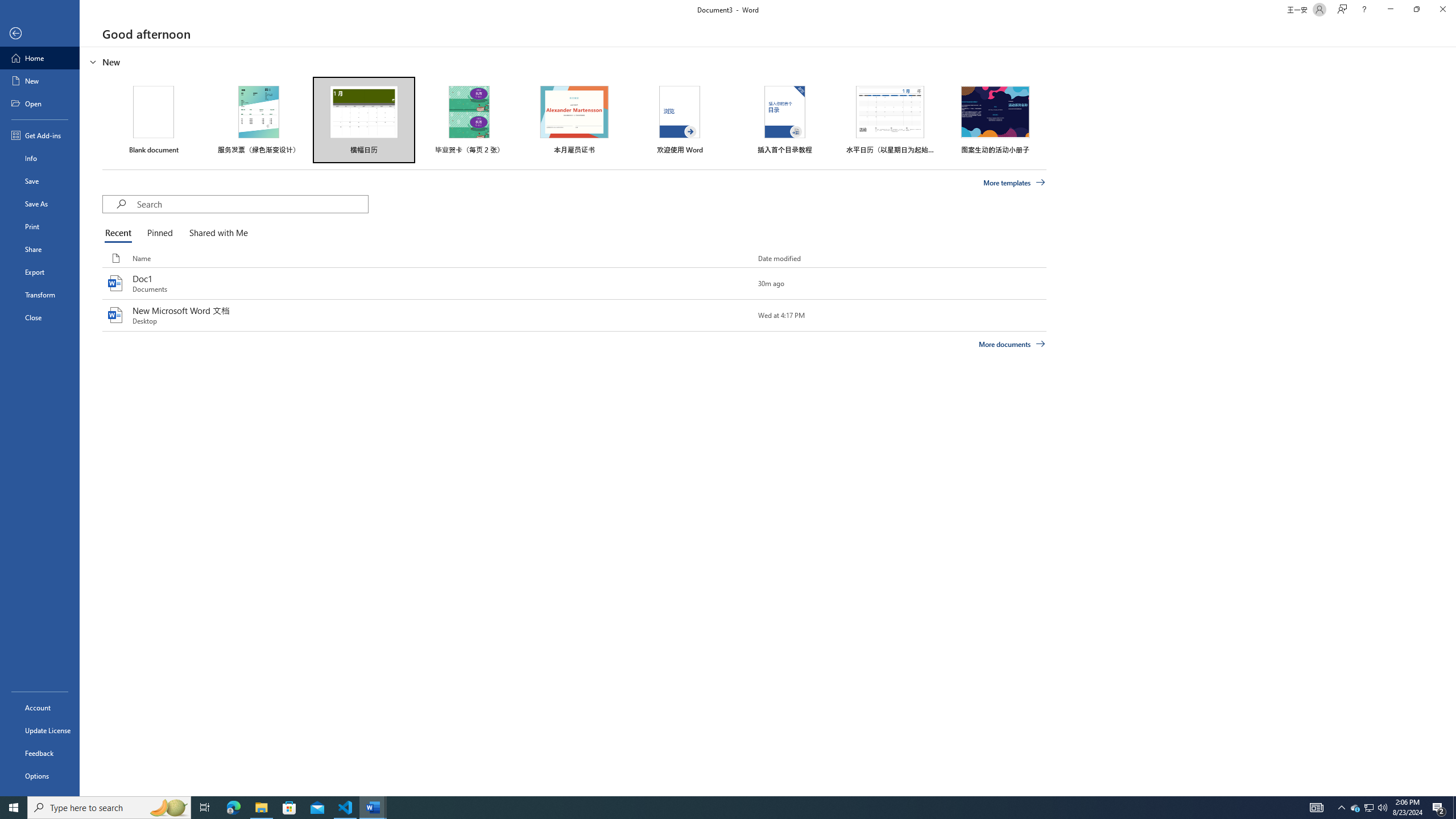 The width and height of the screenshot is (1456, 819). I want to click on 'Search', so click(253, 203).